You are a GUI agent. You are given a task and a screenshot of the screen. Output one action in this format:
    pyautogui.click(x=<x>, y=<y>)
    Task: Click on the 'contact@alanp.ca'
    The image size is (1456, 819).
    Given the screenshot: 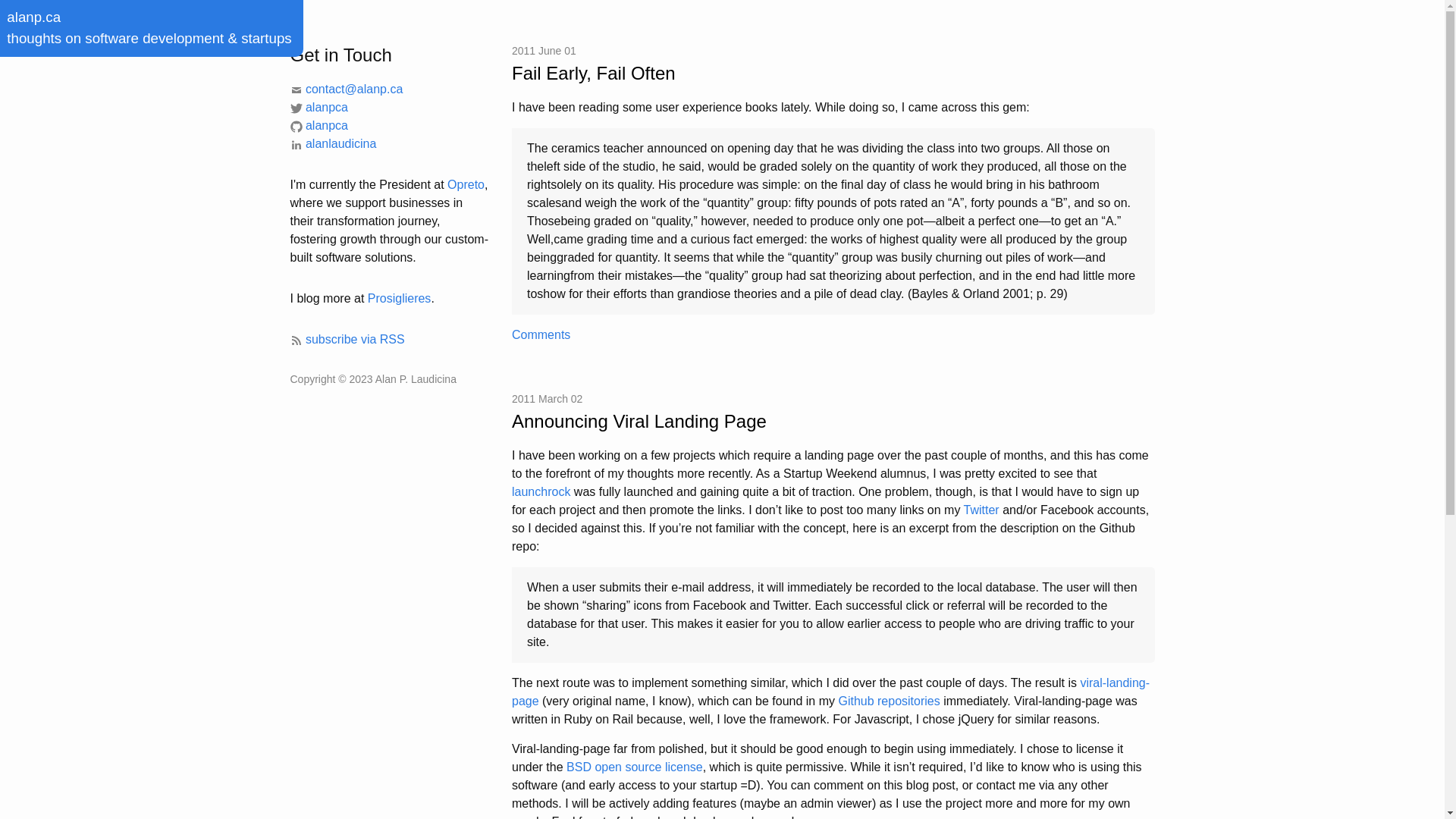 What is the action you would take?
    pyautogui.click(x=345, y=89)
    